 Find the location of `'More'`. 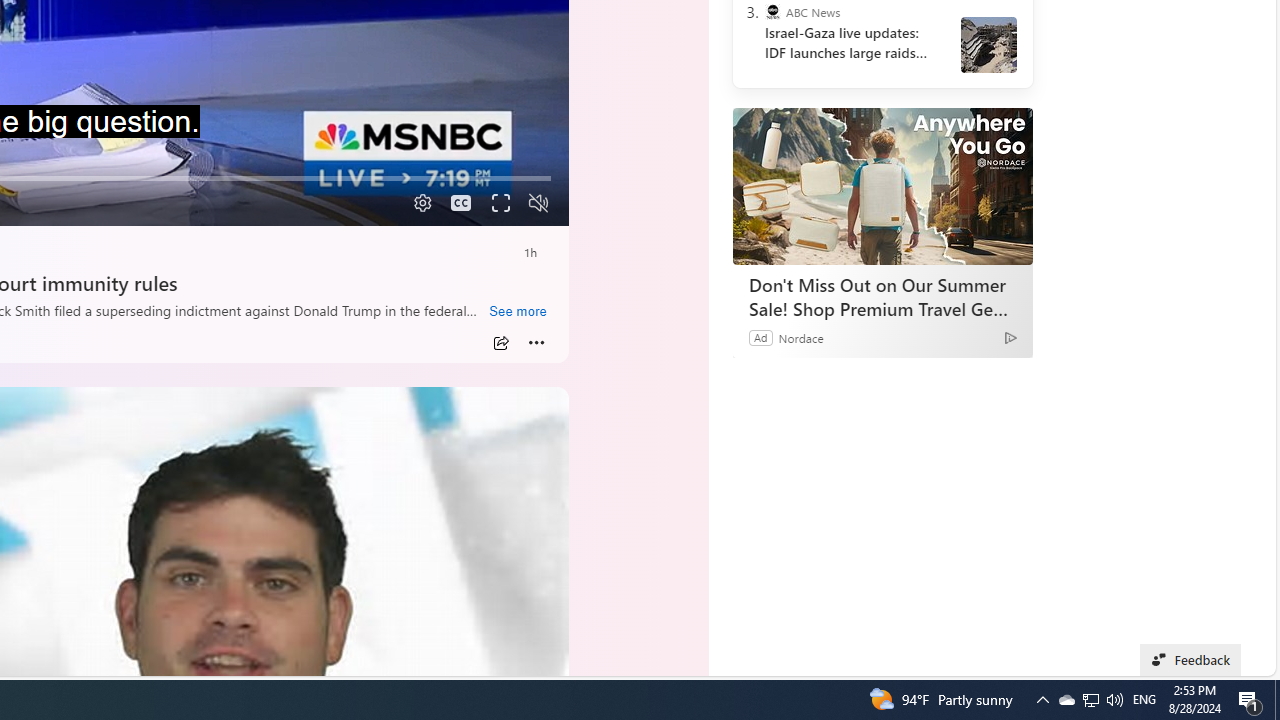

'More' is located at coordinates (536, 342).